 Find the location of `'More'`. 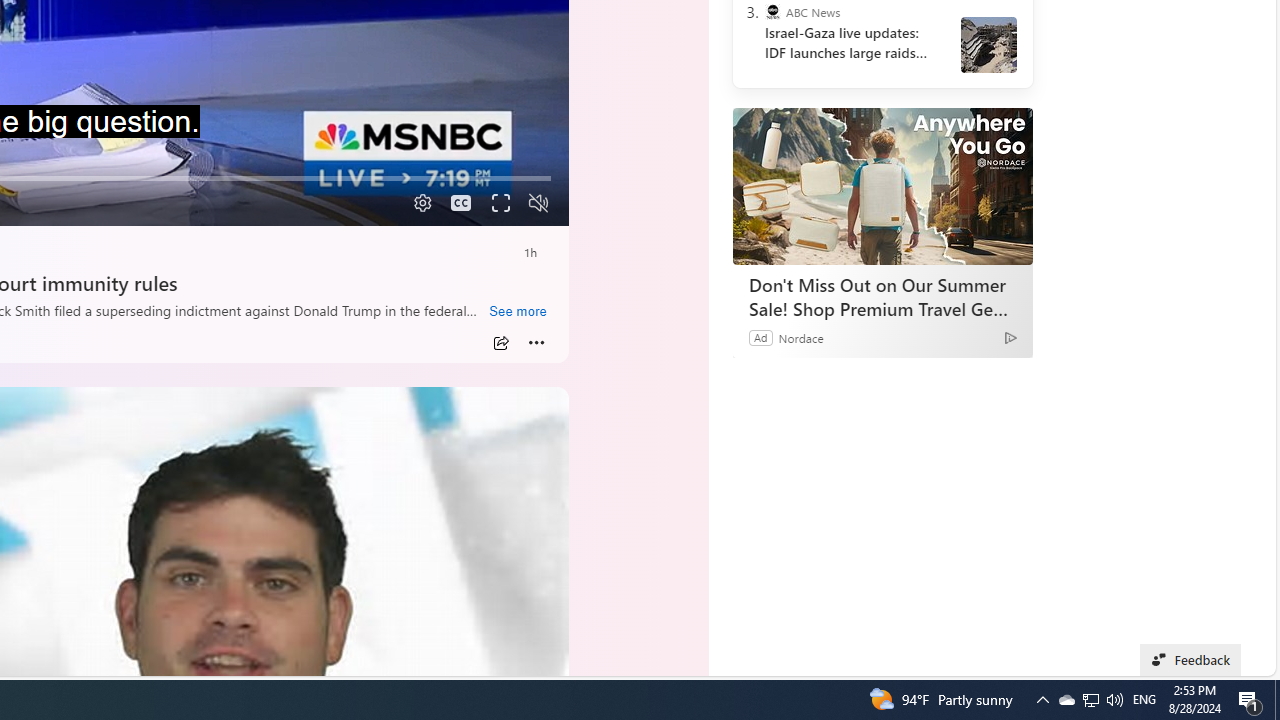

'More' is located at coordinates (536, 342).